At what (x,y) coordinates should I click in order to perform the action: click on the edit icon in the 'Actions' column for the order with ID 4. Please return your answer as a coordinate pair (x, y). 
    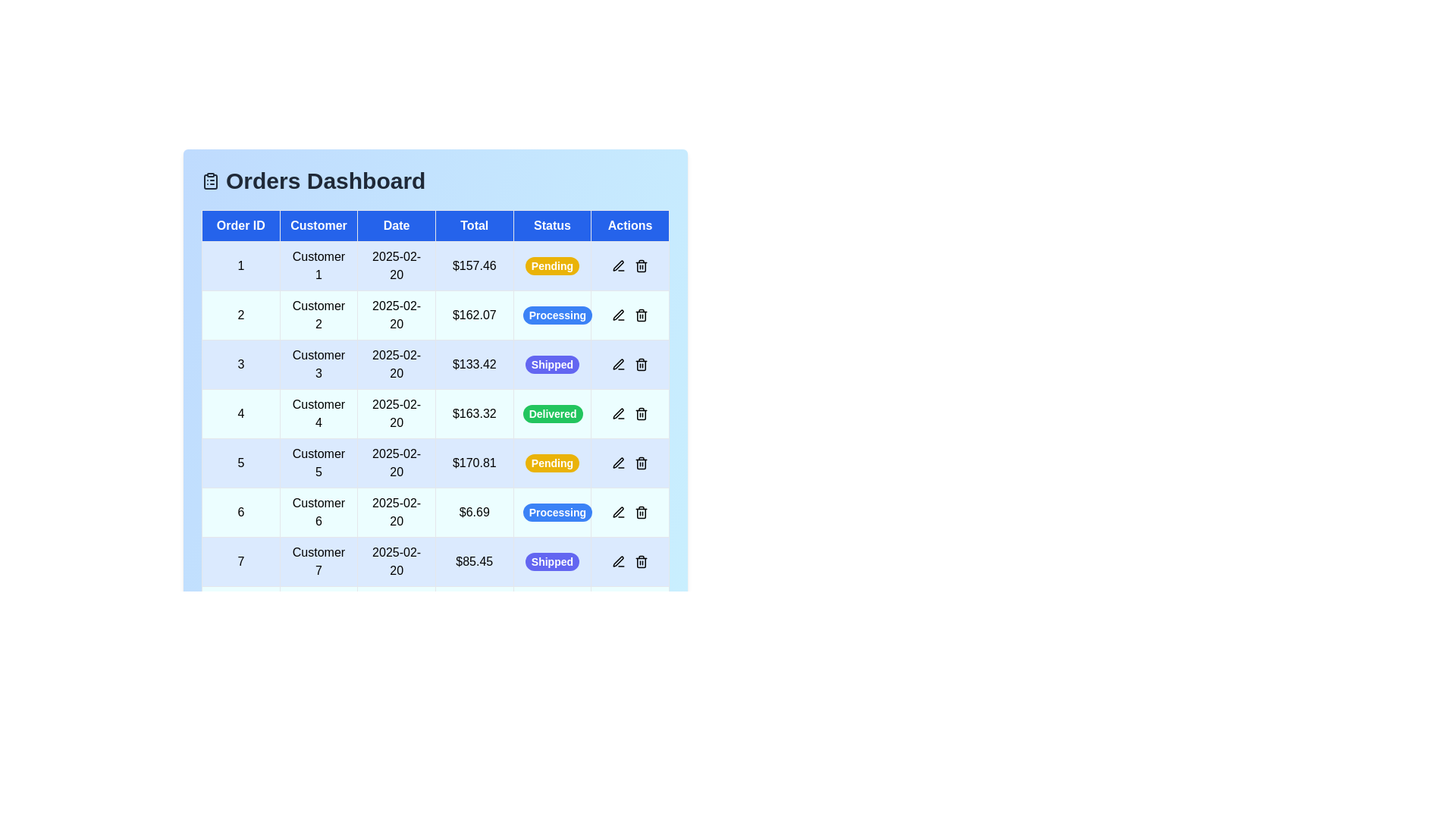
    Looking at the image, I should click on (619, 414).